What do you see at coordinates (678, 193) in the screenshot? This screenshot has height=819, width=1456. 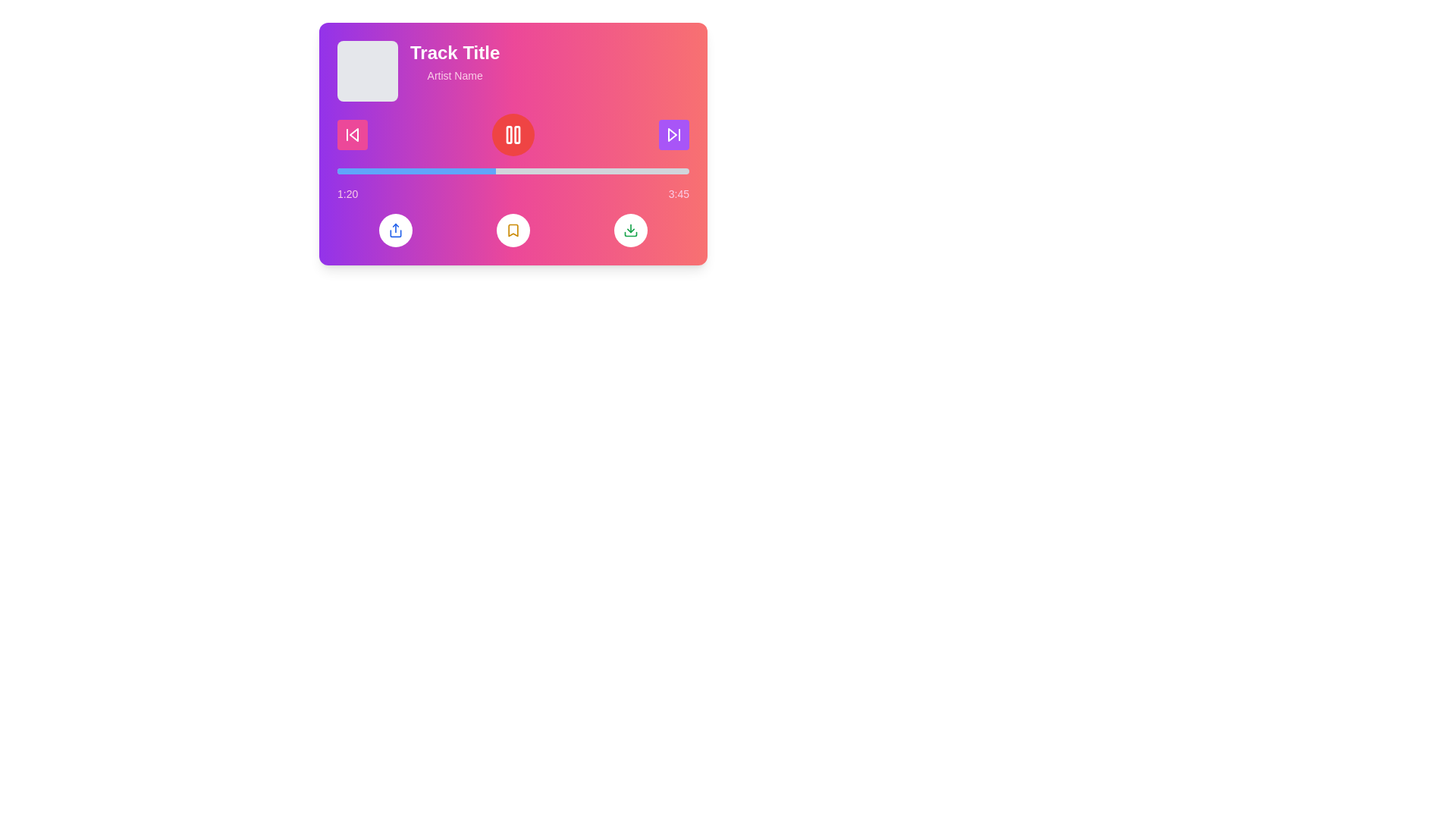 I see `the Text Display that shows the total duration of the currently playing track, located in the top-right corner of the music player panel` at bounding box center [678, 193].